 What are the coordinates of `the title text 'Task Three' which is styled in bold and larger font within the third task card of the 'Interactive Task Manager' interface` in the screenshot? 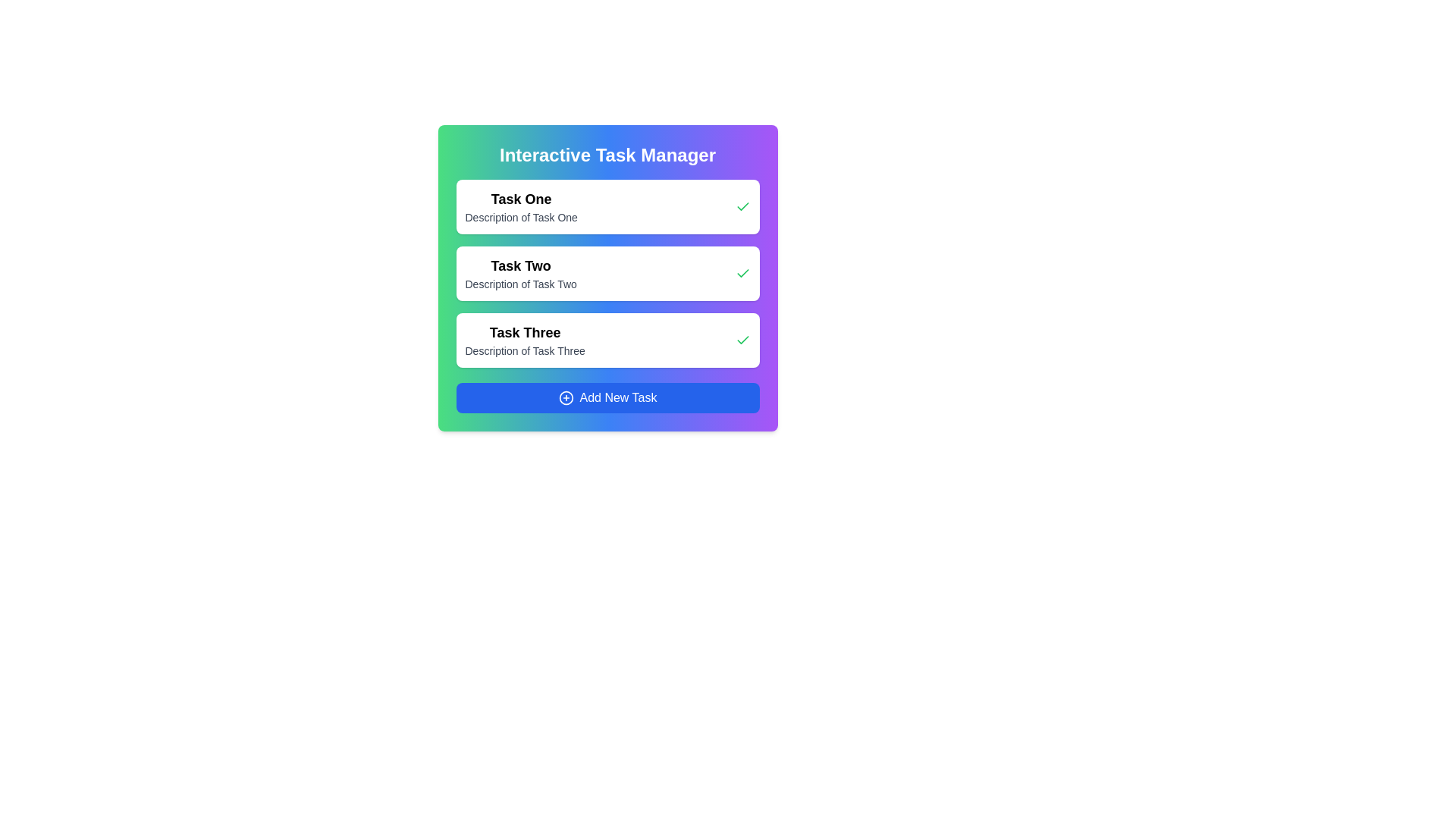 It's located at (525, 332).